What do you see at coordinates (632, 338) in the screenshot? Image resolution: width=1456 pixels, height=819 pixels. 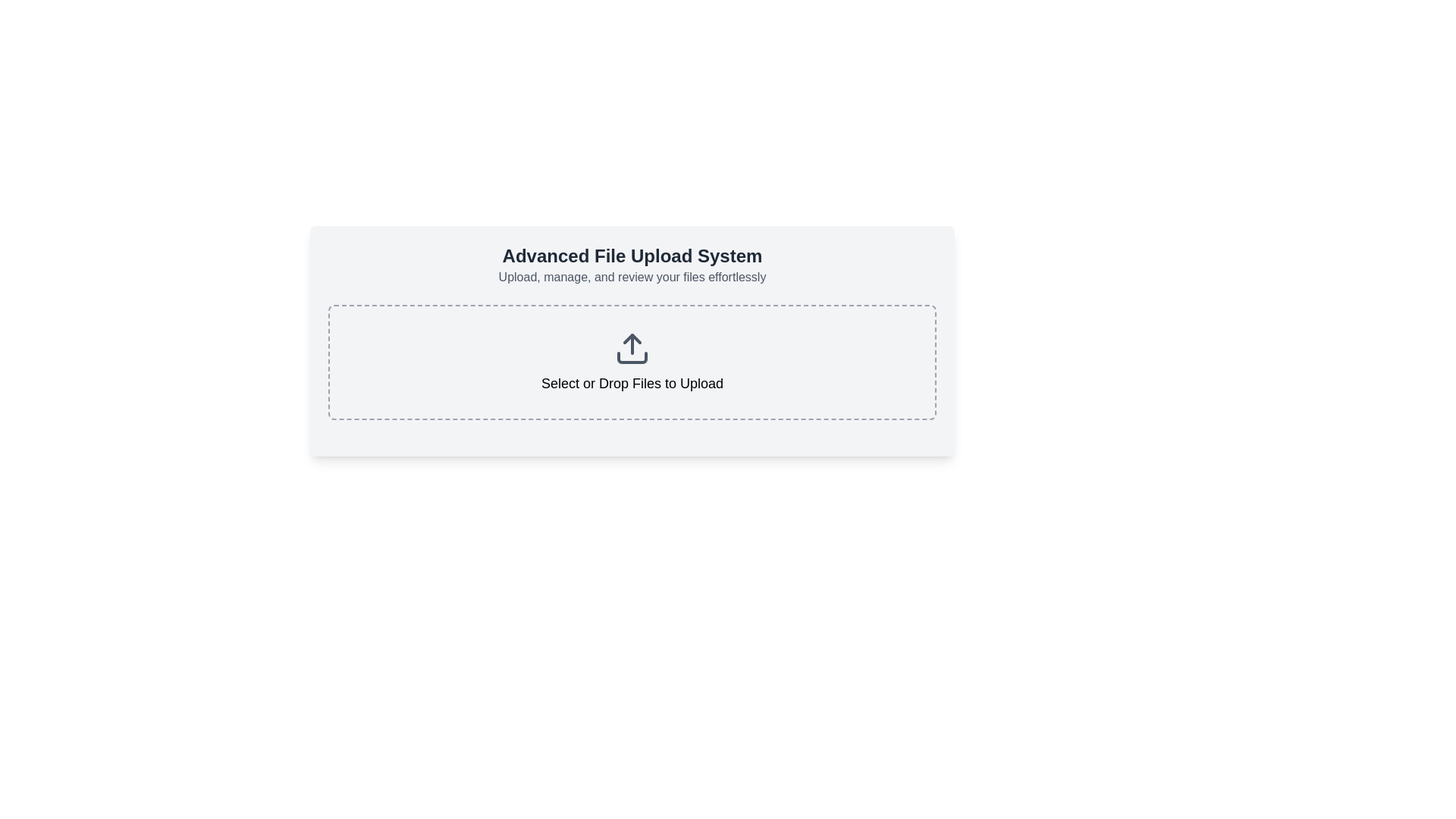 I see `the upload icon fragment, which symbolizes the action of uploading and is located at the center of the upload area` at bounding box center [632, 338].